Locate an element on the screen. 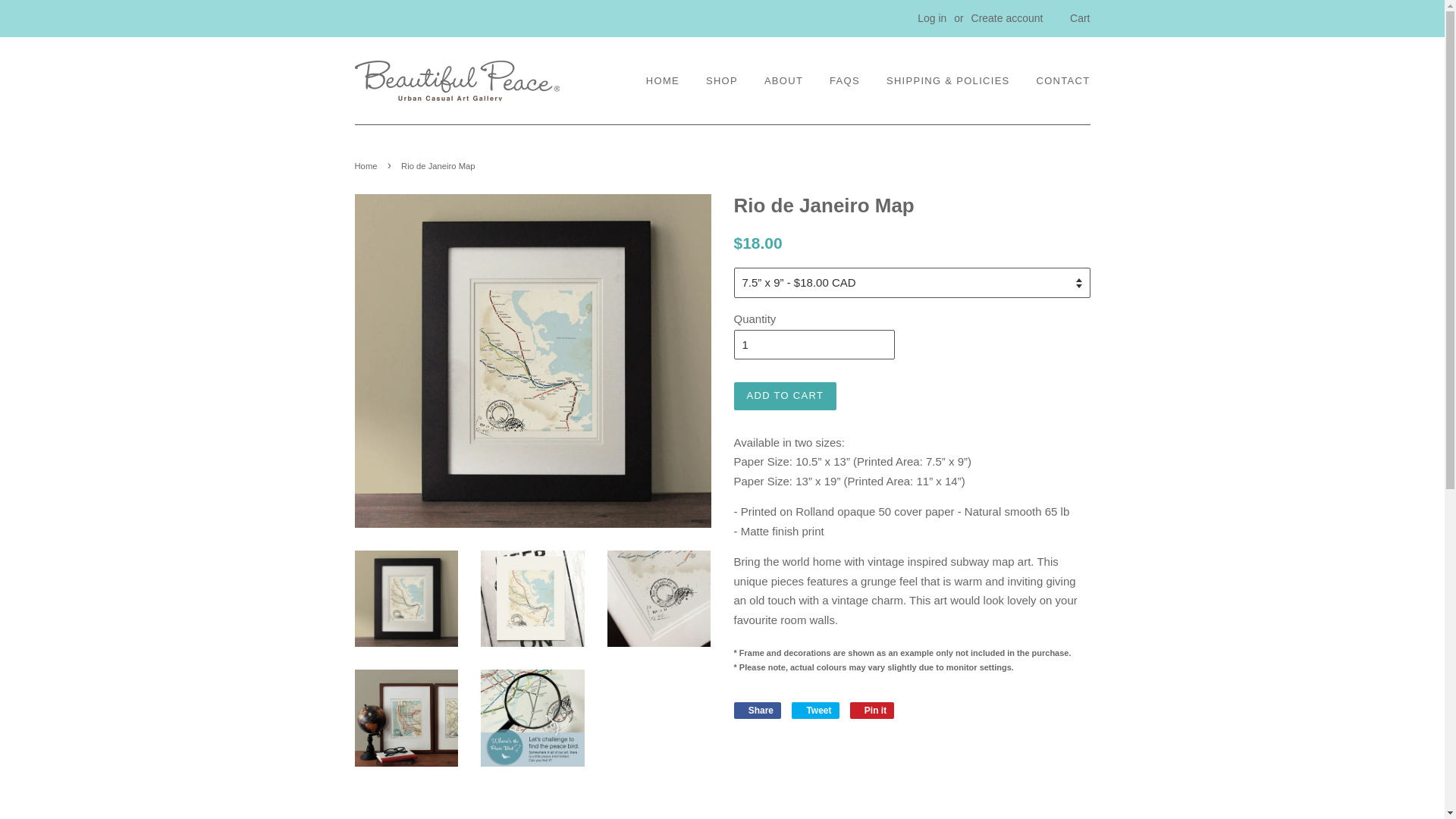 This screenshot has width=1456, height=819. 'SHOP' is located at coordinates (720, 81).